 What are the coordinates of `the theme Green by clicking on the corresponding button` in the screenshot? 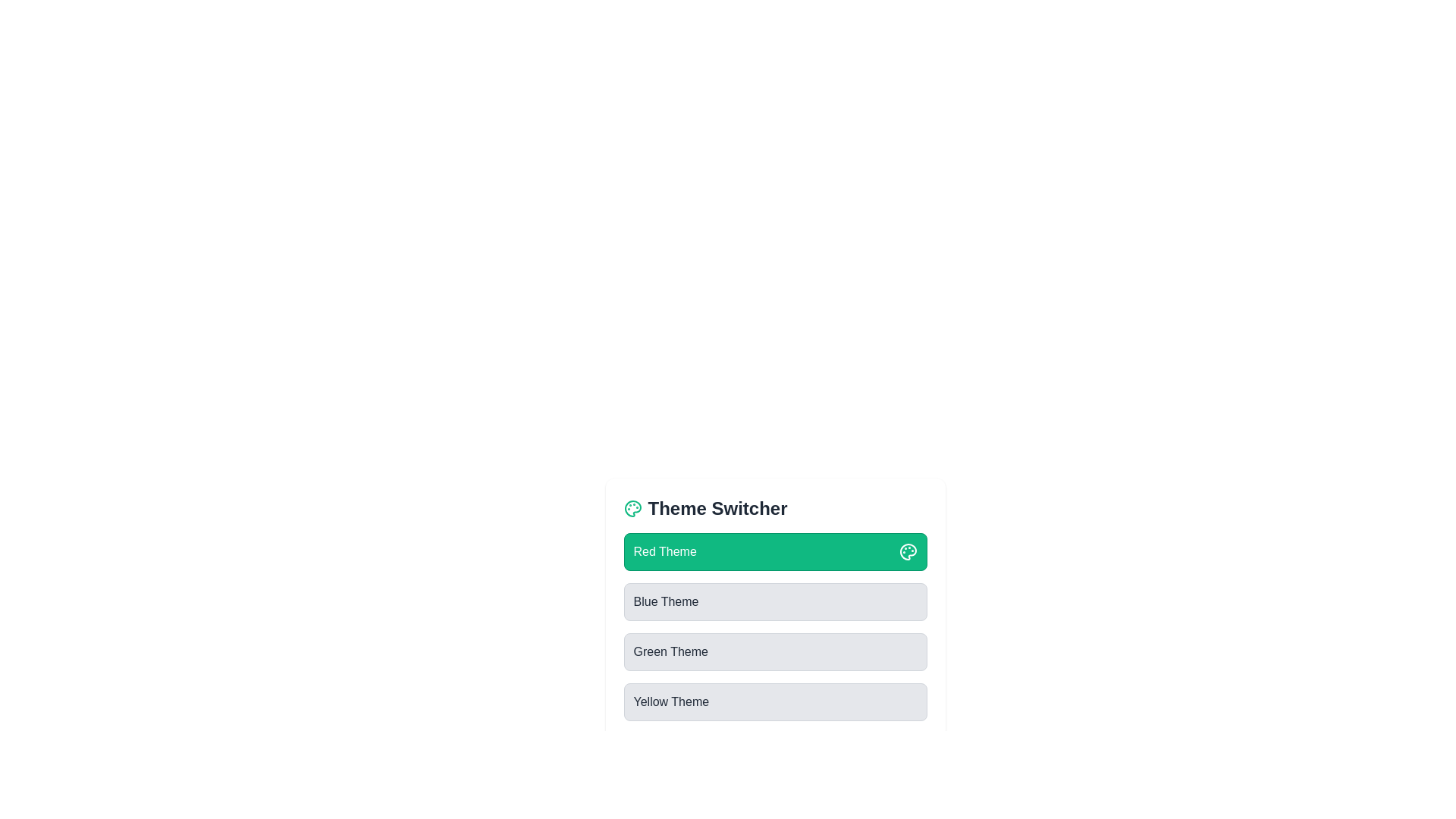 It's located at (775, 651).